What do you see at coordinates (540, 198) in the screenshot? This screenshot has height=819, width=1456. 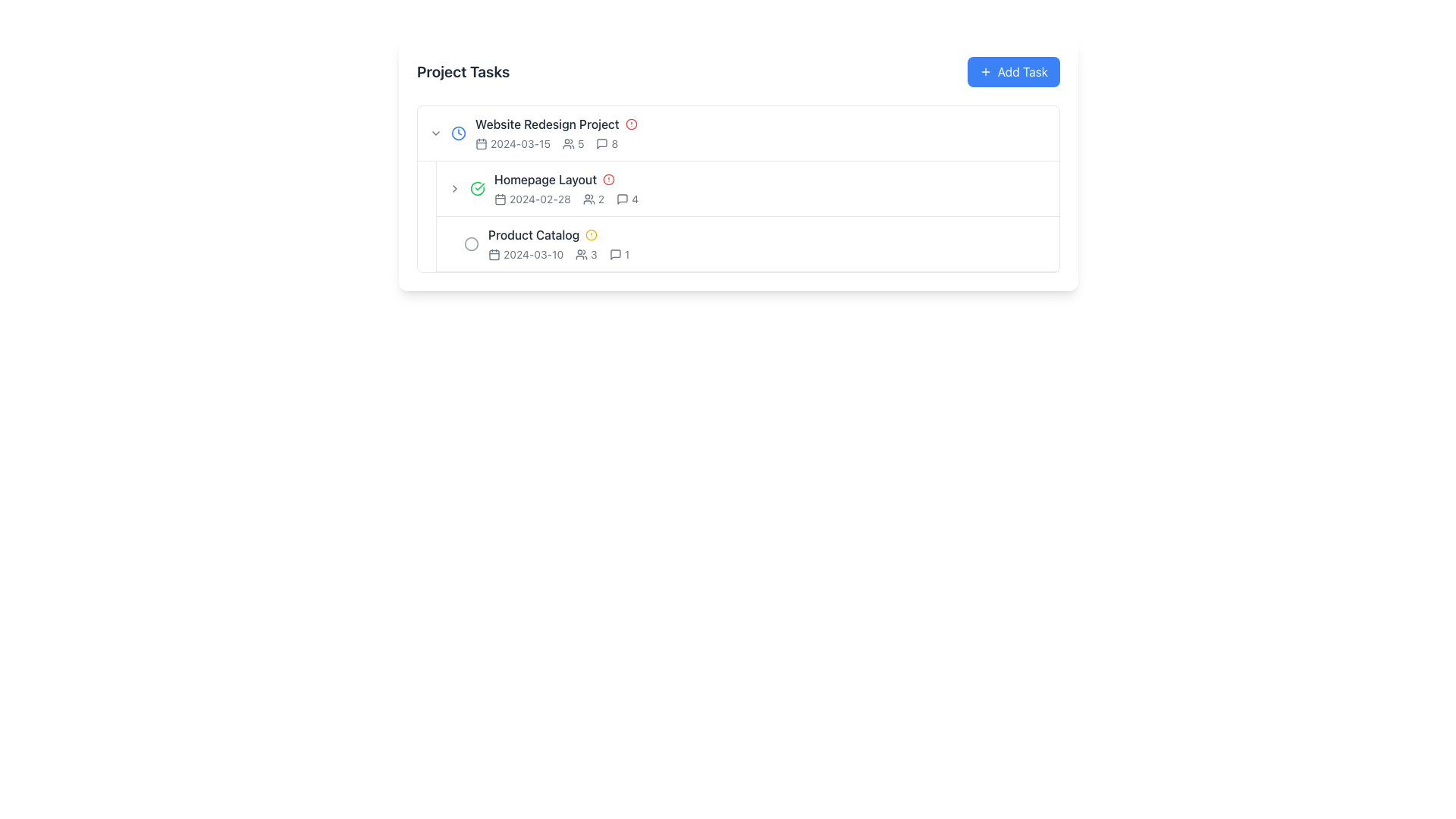 I see `date displayed in the text label indicating the due date for the task 'Homepage Layout', which is located in the second row of the task list, positioned between a calendar icon and icons for people and comments` at bounding box center [540, 198].